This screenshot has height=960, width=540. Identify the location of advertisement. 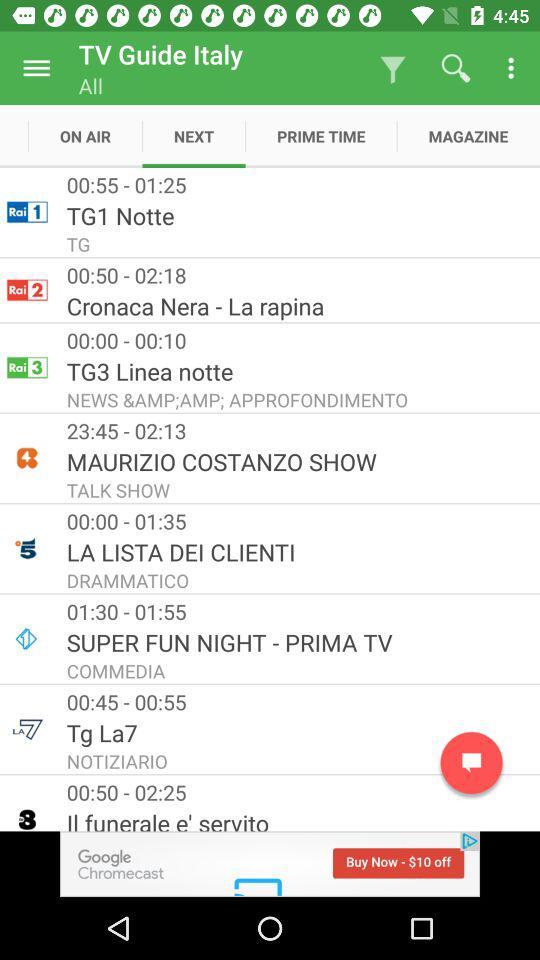
(270, 863).